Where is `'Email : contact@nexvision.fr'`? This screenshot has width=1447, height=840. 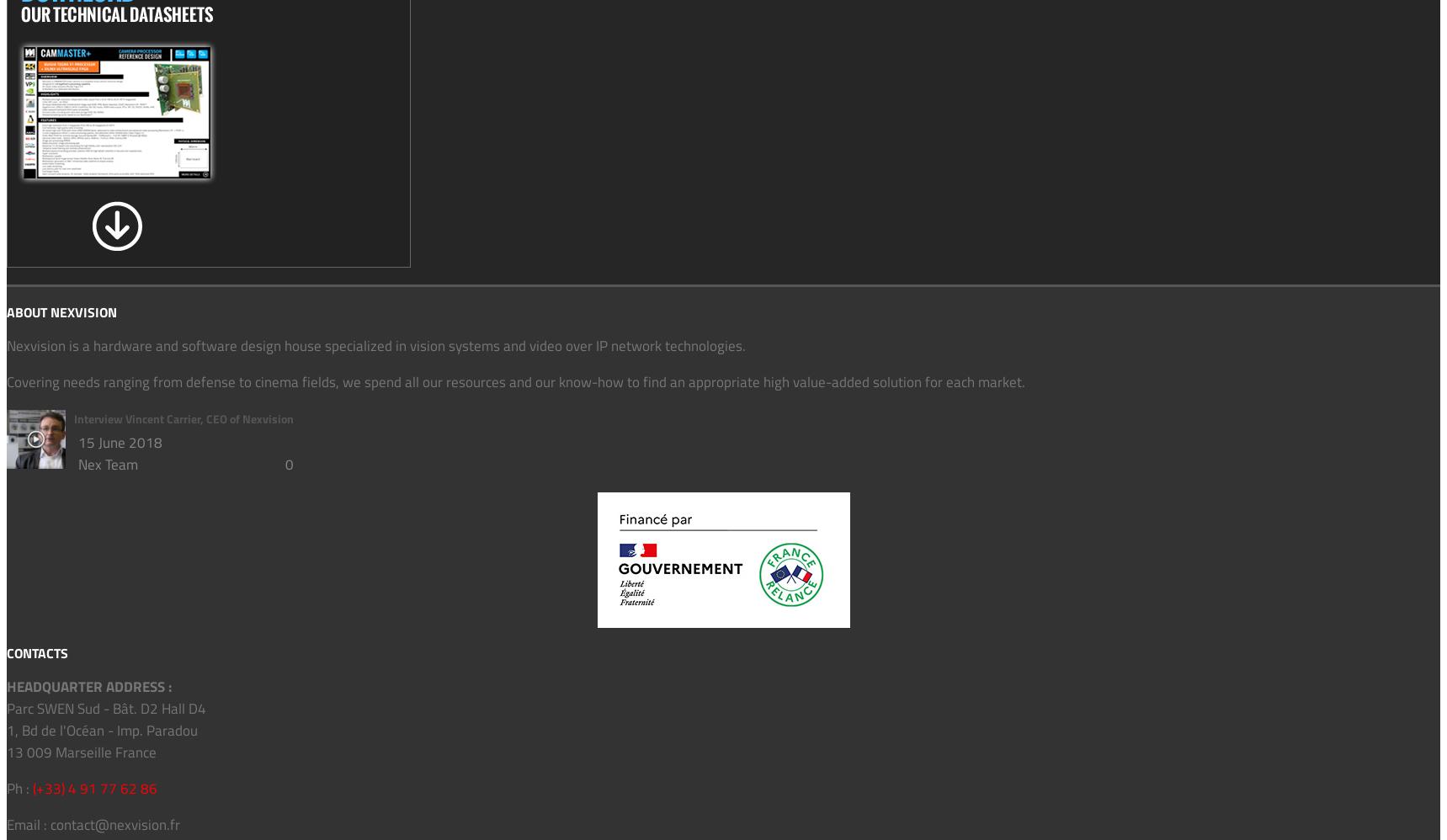 'Email : contact@nexvision.fr' is located at coordinates (93, 823).